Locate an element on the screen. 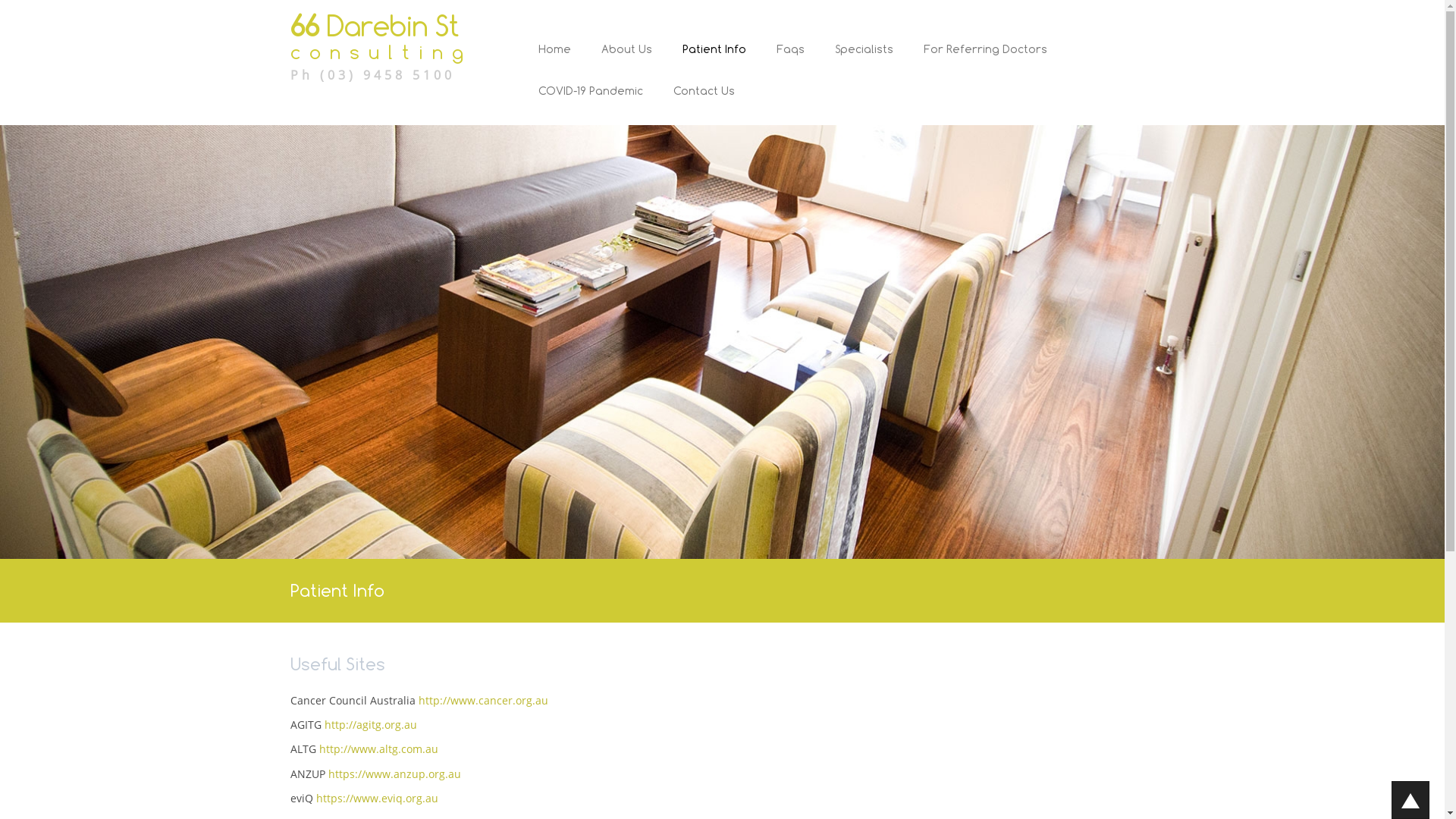  'Home' is located at coordinates (554, 61).